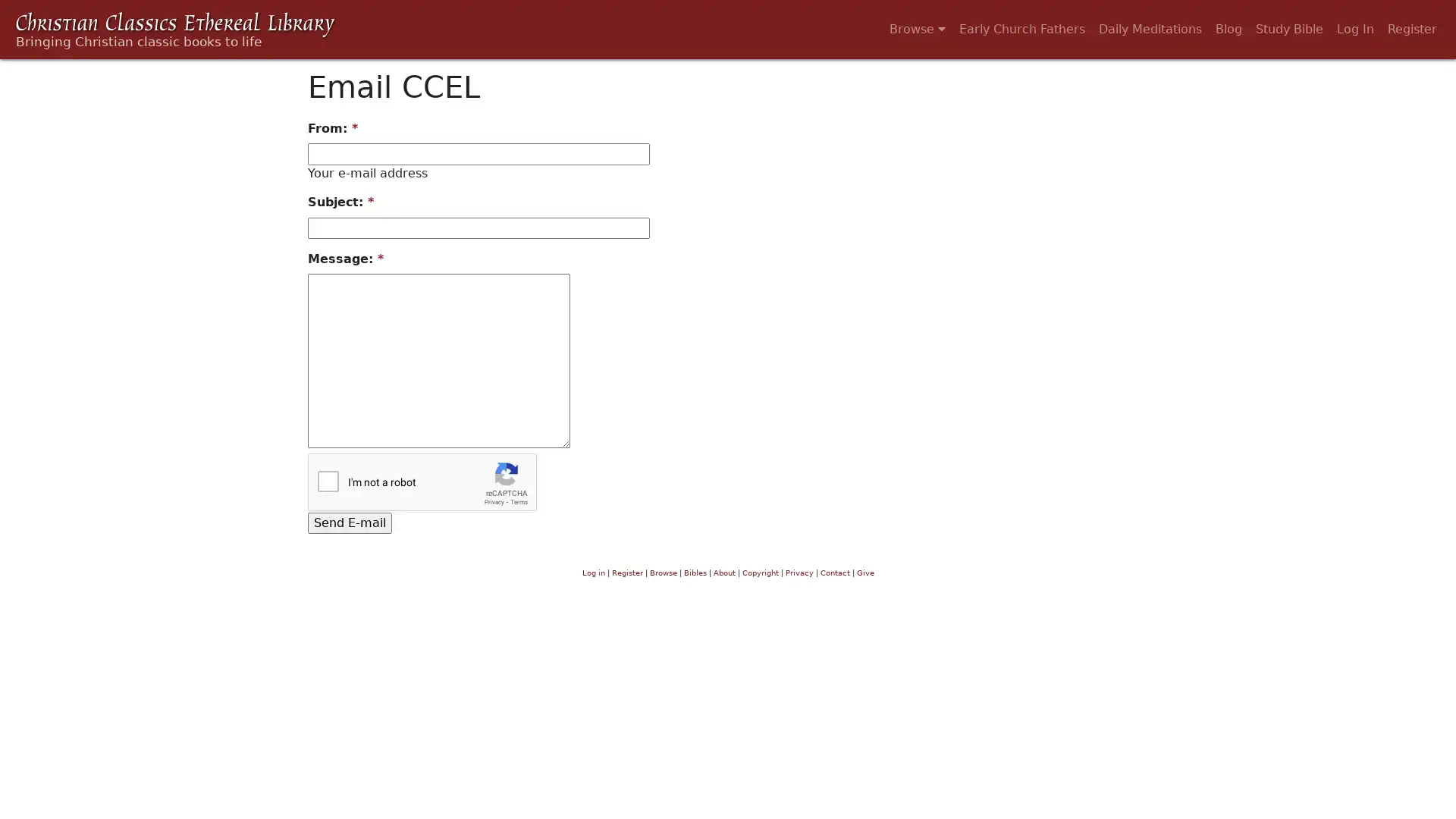  Describe the element at coordinates (1355, 29) in the screenshot. I see `Log In` at that location.